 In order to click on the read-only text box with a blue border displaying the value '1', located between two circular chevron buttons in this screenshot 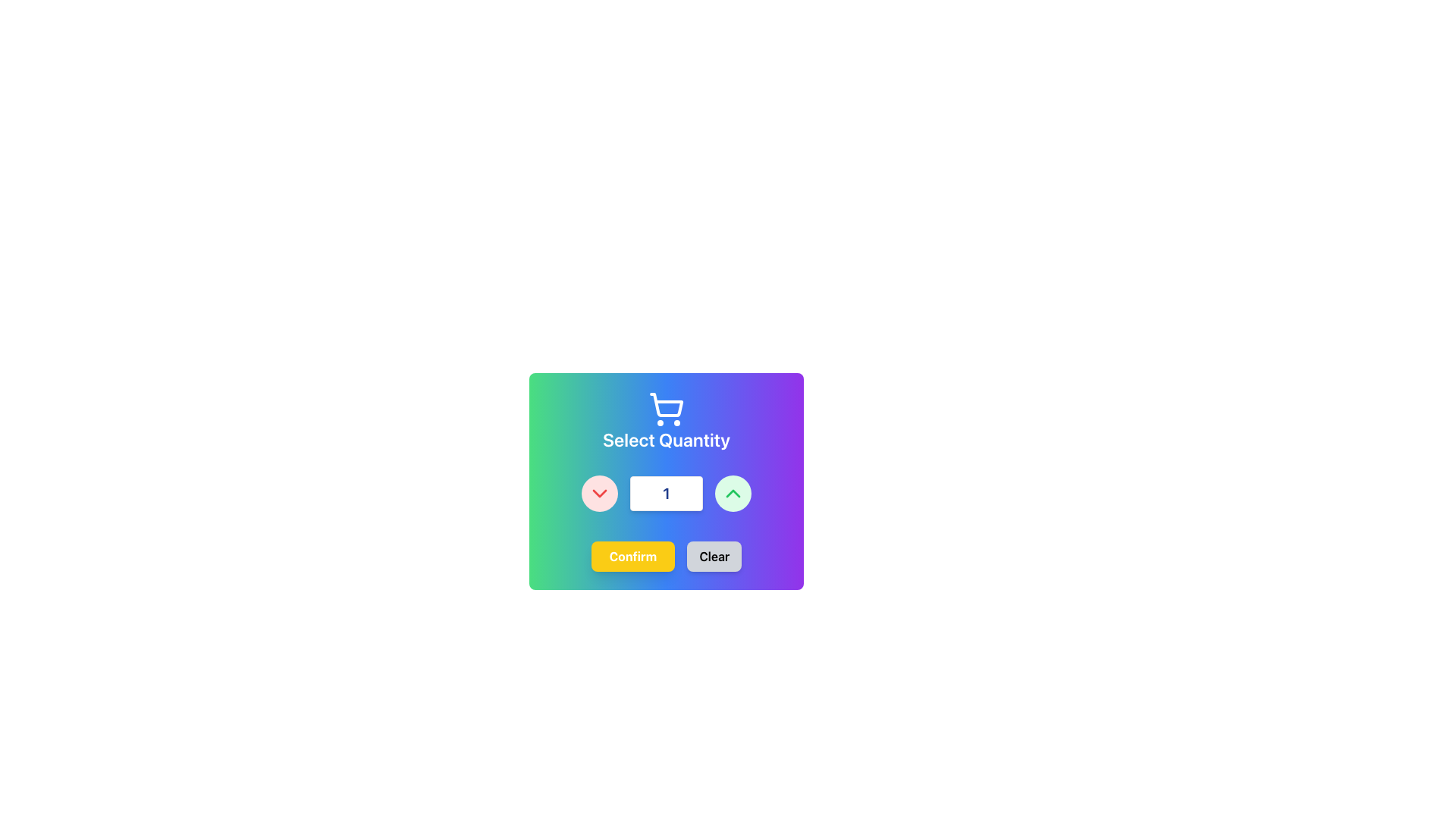, I will do `click(666, 494)`.